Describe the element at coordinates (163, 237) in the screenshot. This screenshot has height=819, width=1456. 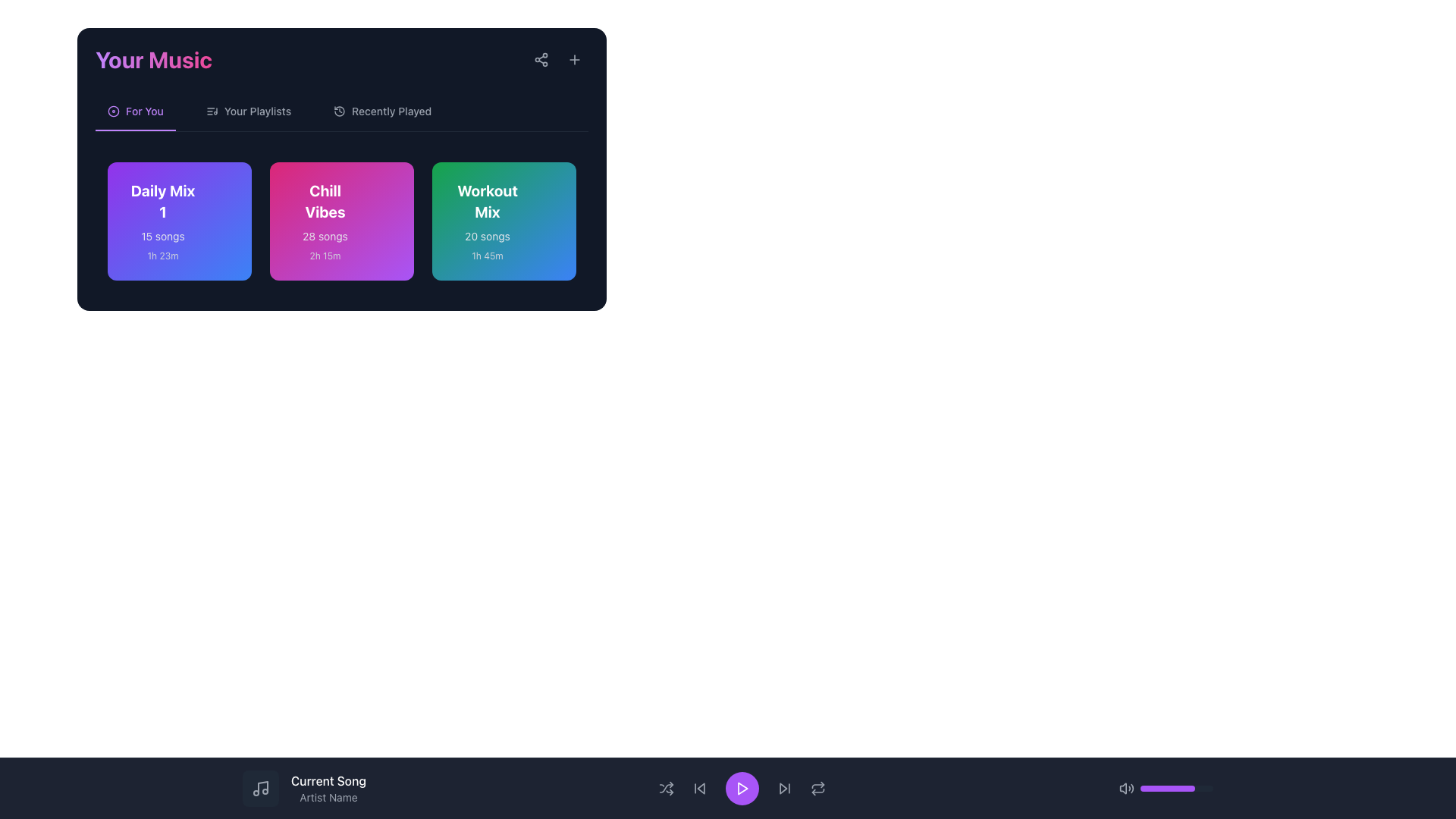
I see `the static text label displaying '15 songs', which is located underneath 'Daily Mix 1' and above '1h 23m' within the playlist box in the 'Your Music' section` at that location.